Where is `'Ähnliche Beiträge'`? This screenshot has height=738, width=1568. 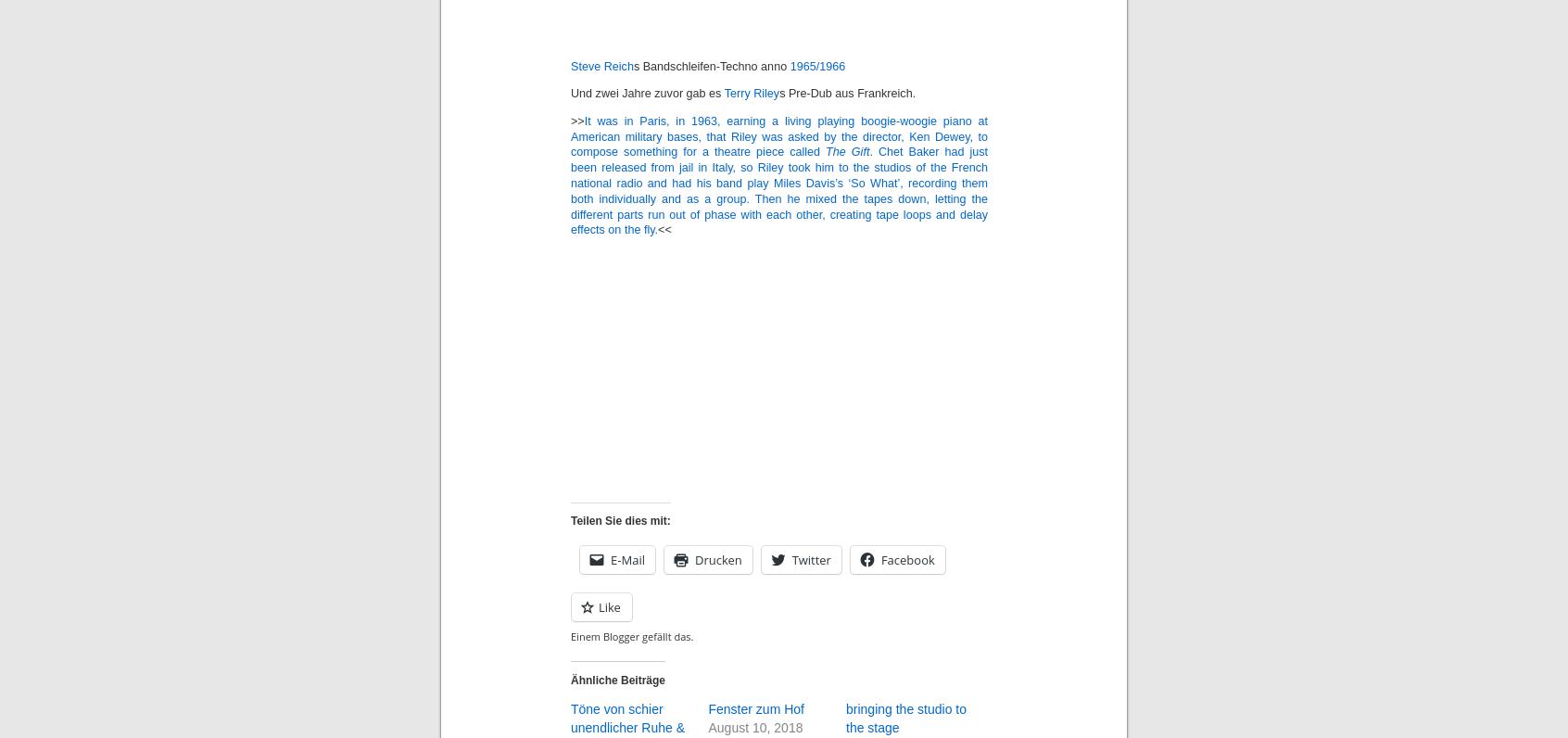 'Ähnliche Beiträge' is located at coordinates (570, 679).